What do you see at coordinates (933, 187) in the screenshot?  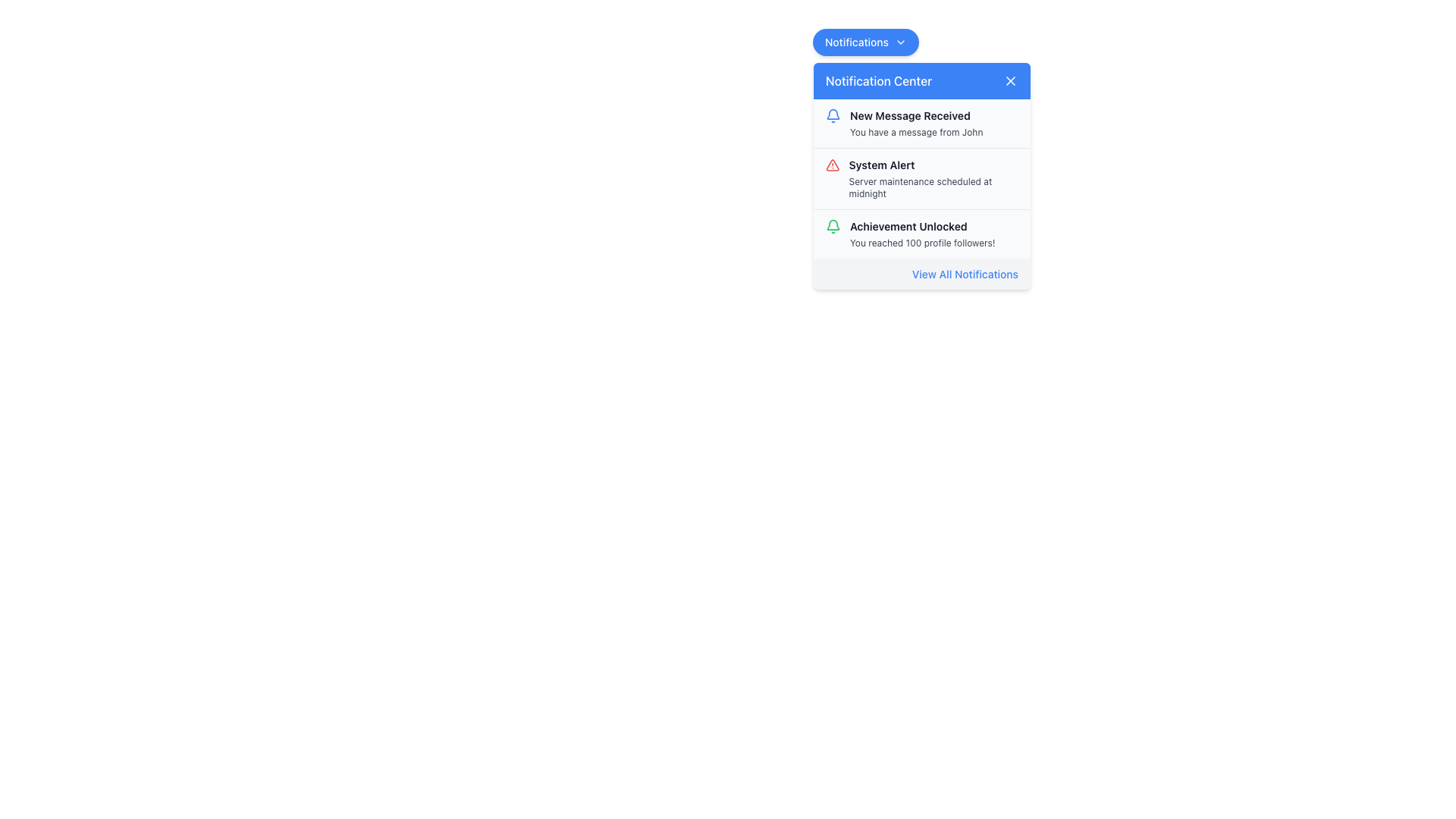 I see `supplementary text label located below the 'System Alert' title in the second notification card of the notification panel` at bounding box center [933, 187].